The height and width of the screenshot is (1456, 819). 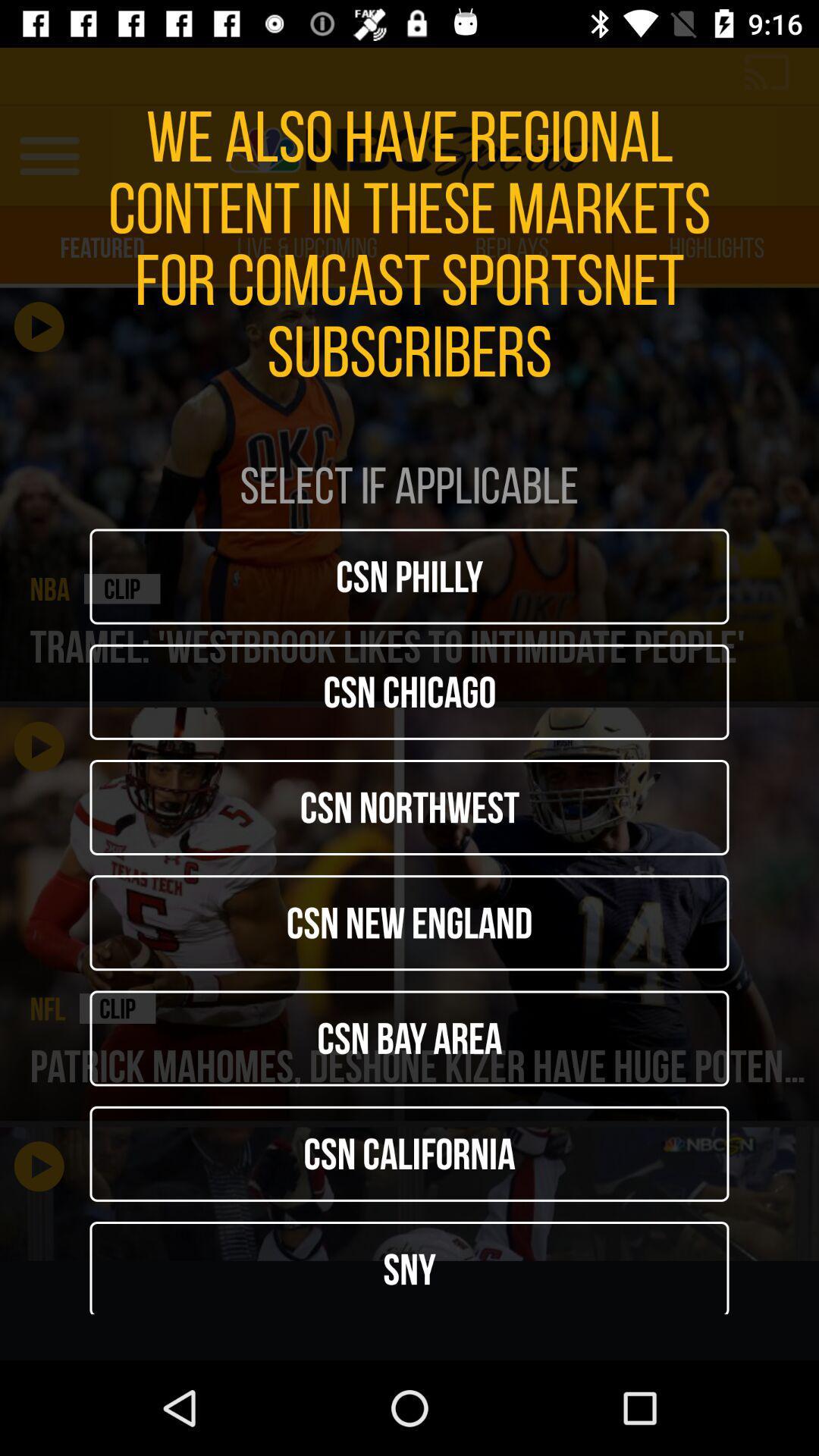 I want to click on icon below select if applicable, so click(x=409, y=576).